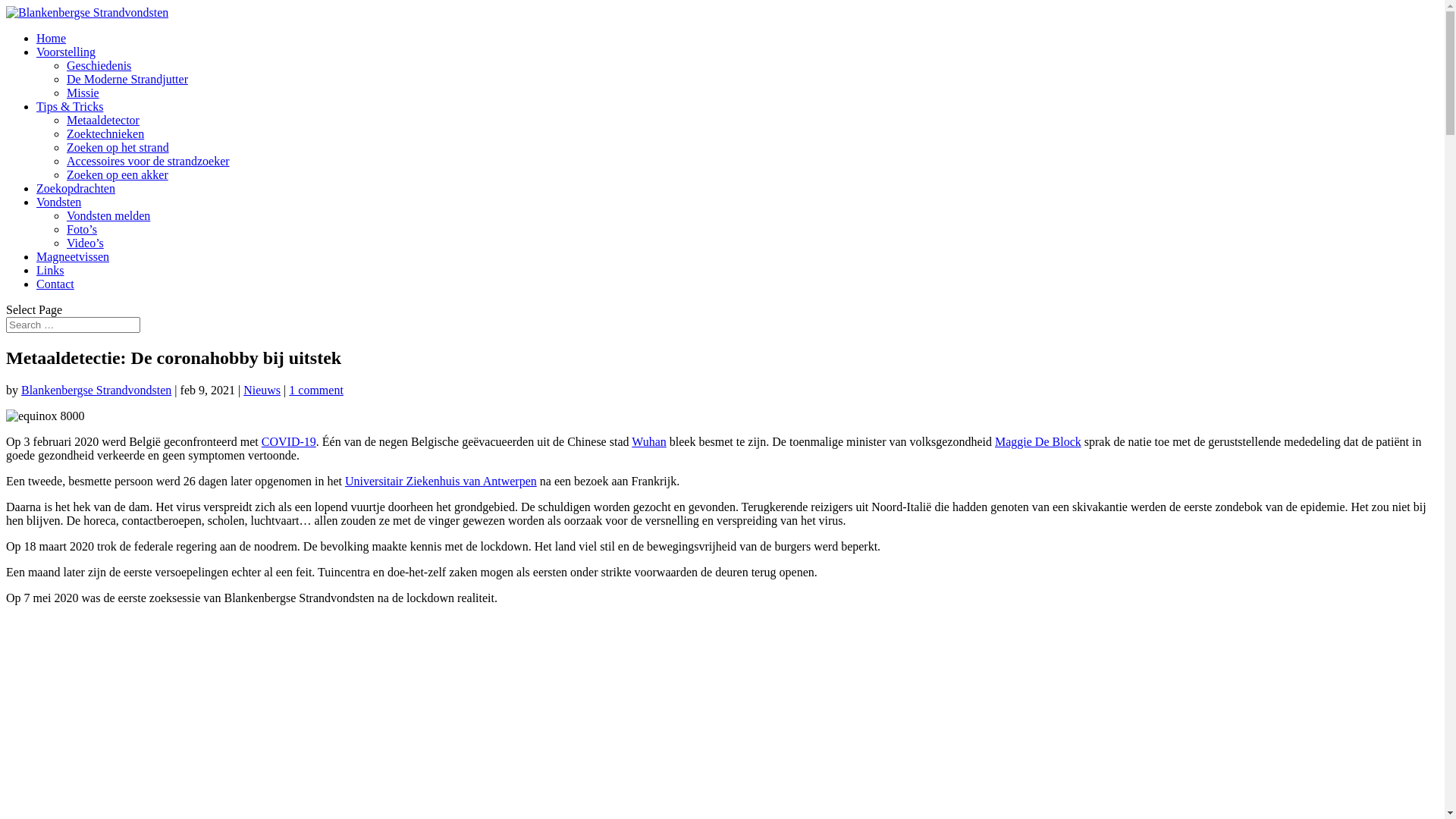  Describe the element at coordinates (116, 174) in the screenshot. I see `'Zoeken op een akker'` at that location.